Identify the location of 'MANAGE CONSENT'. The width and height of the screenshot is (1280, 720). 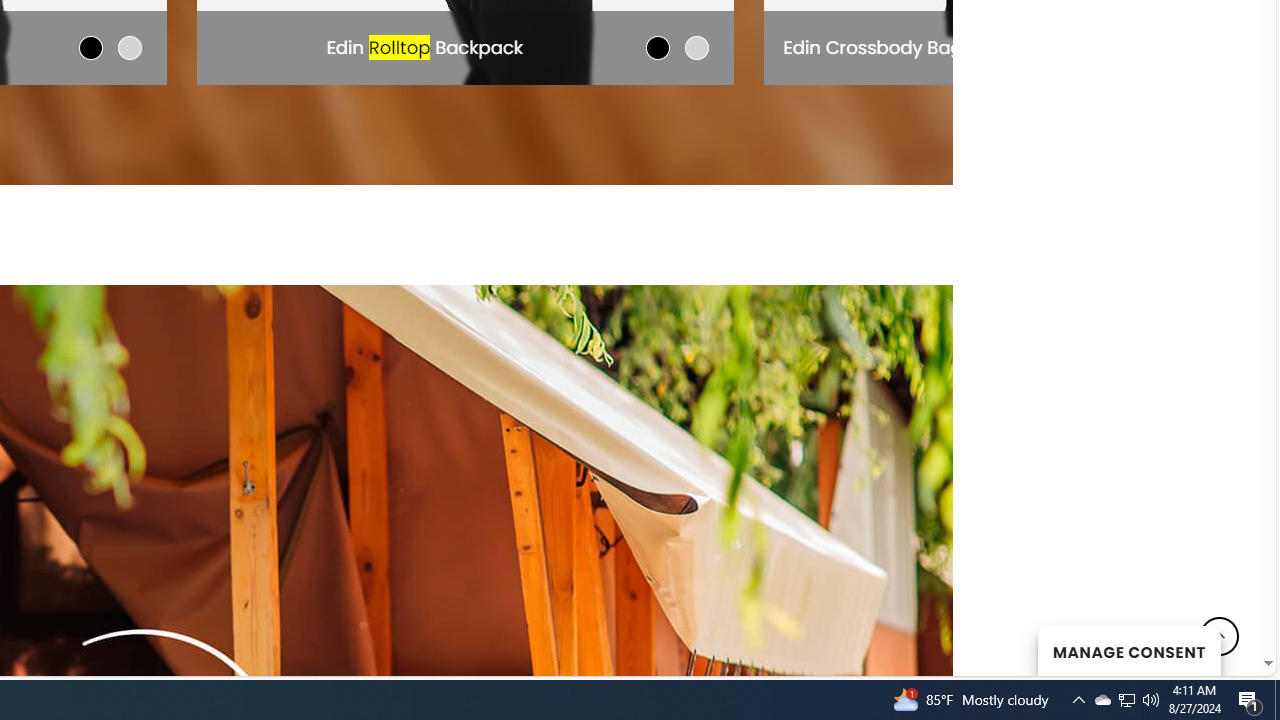
(1128, 650).